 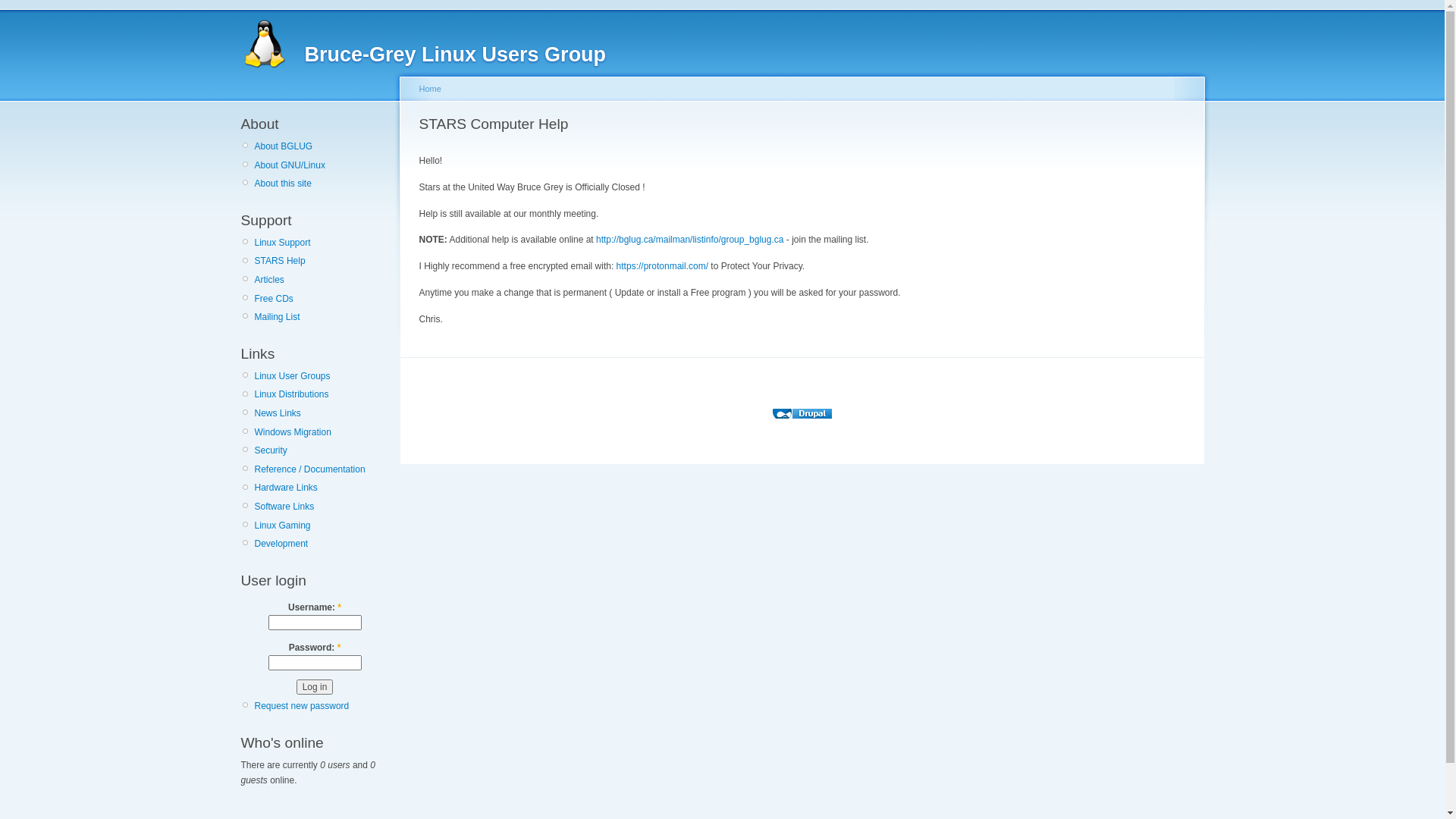 I want to click on 'Security', so click(x=321, y=450).